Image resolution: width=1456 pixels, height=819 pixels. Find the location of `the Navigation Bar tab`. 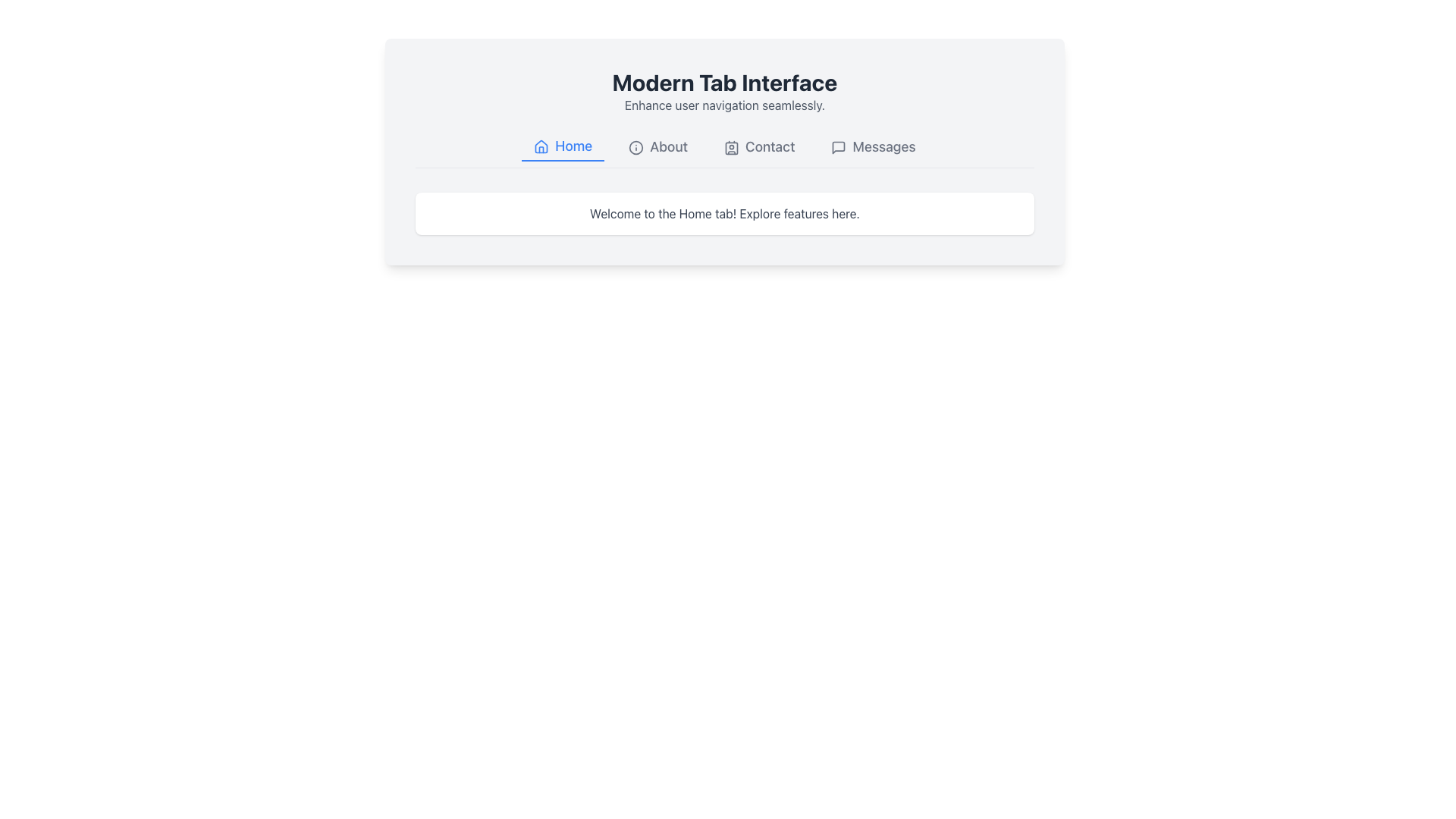

the Navigation Bar tab is located at coordinates (723, 150).